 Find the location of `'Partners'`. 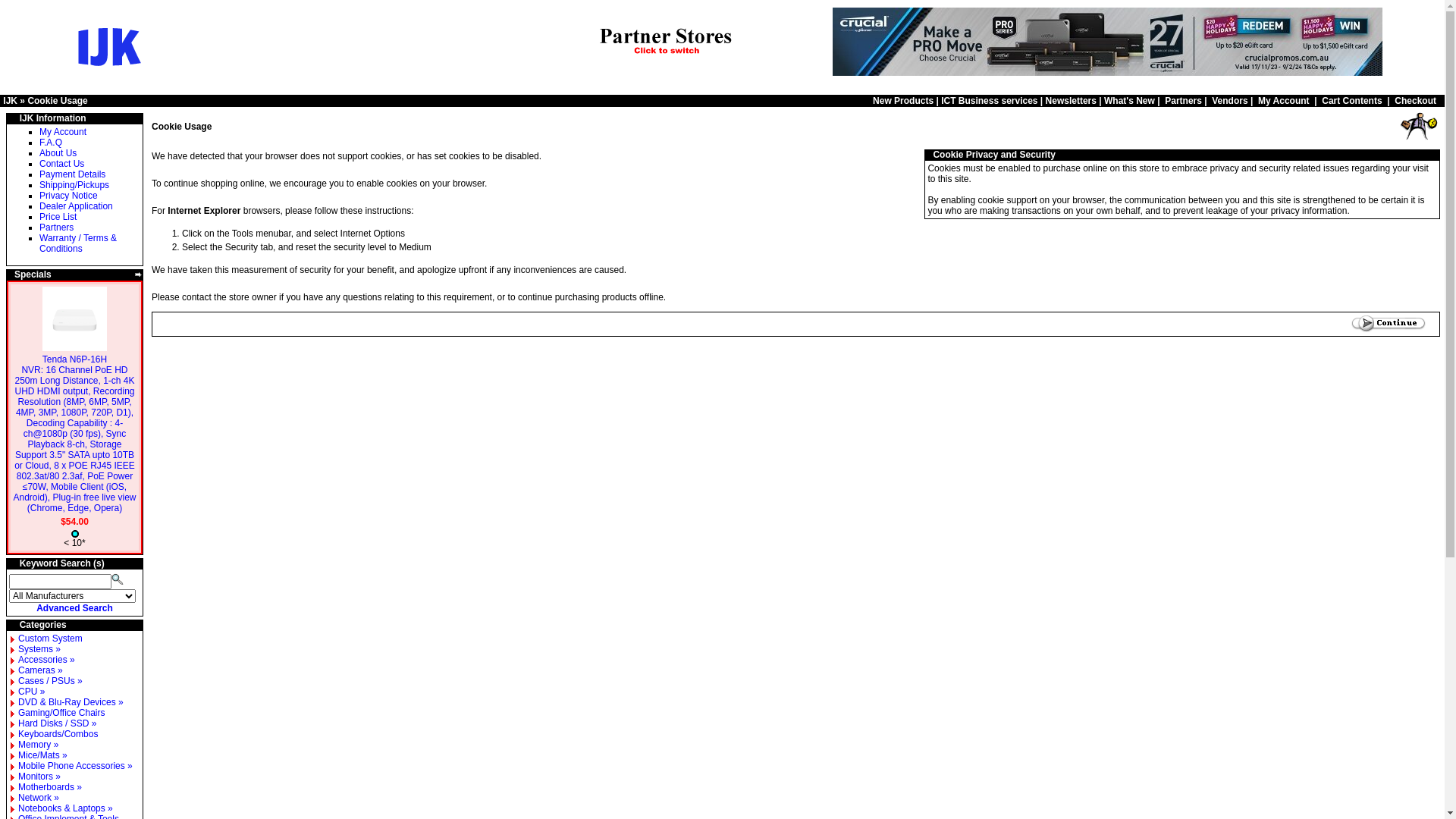

'Partners' is located at coordinates (1182, 100).